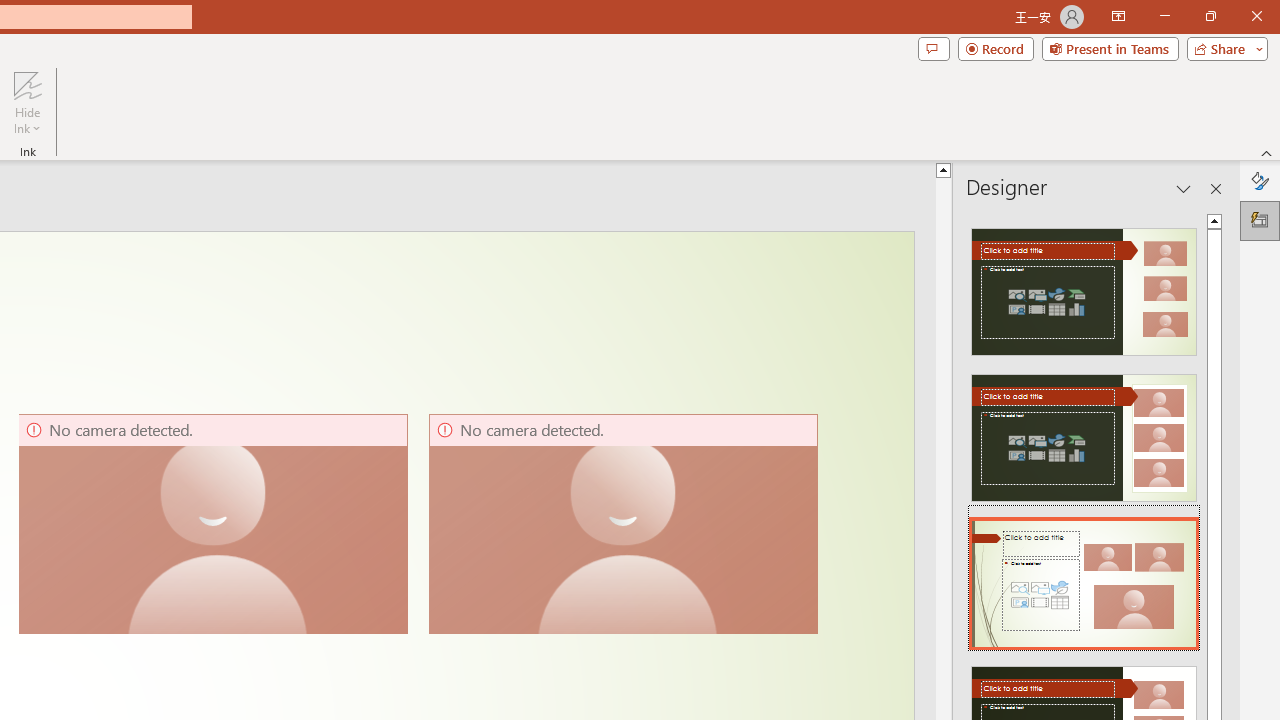 The width and height of the screenshot is (1280, 720). What do you see at coordinates (1083, 286) in the screenshot?
I see `'Recommended Design: Design Idea'` at bounding box center [1083, 286].